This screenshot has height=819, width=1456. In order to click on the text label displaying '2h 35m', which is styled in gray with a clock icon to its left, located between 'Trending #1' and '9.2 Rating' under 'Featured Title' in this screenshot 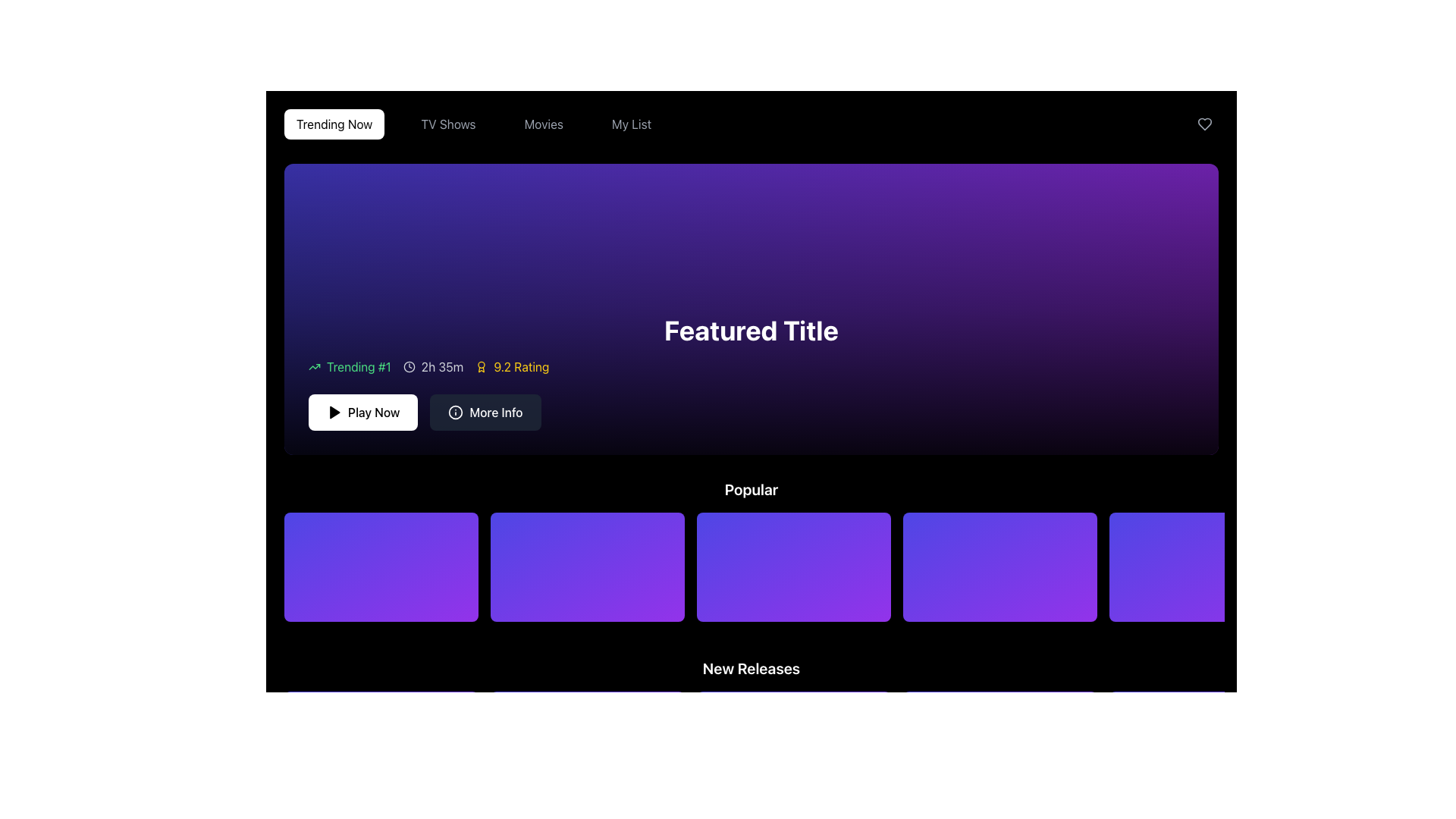, I will do `click(432, 366)`.